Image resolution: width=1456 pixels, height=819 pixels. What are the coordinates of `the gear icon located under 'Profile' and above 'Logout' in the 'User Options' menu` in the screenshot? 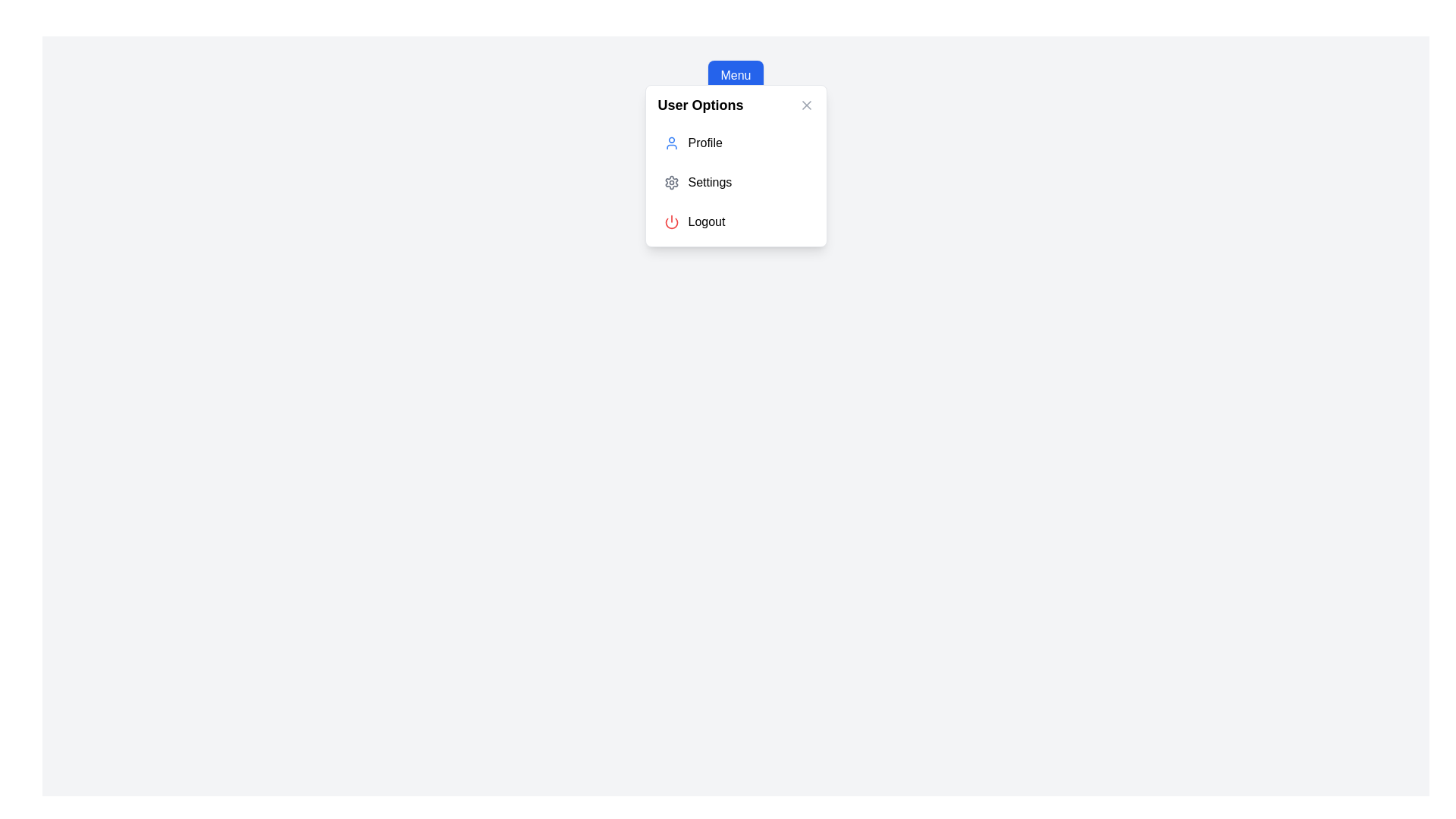 It's located at (670, 181).